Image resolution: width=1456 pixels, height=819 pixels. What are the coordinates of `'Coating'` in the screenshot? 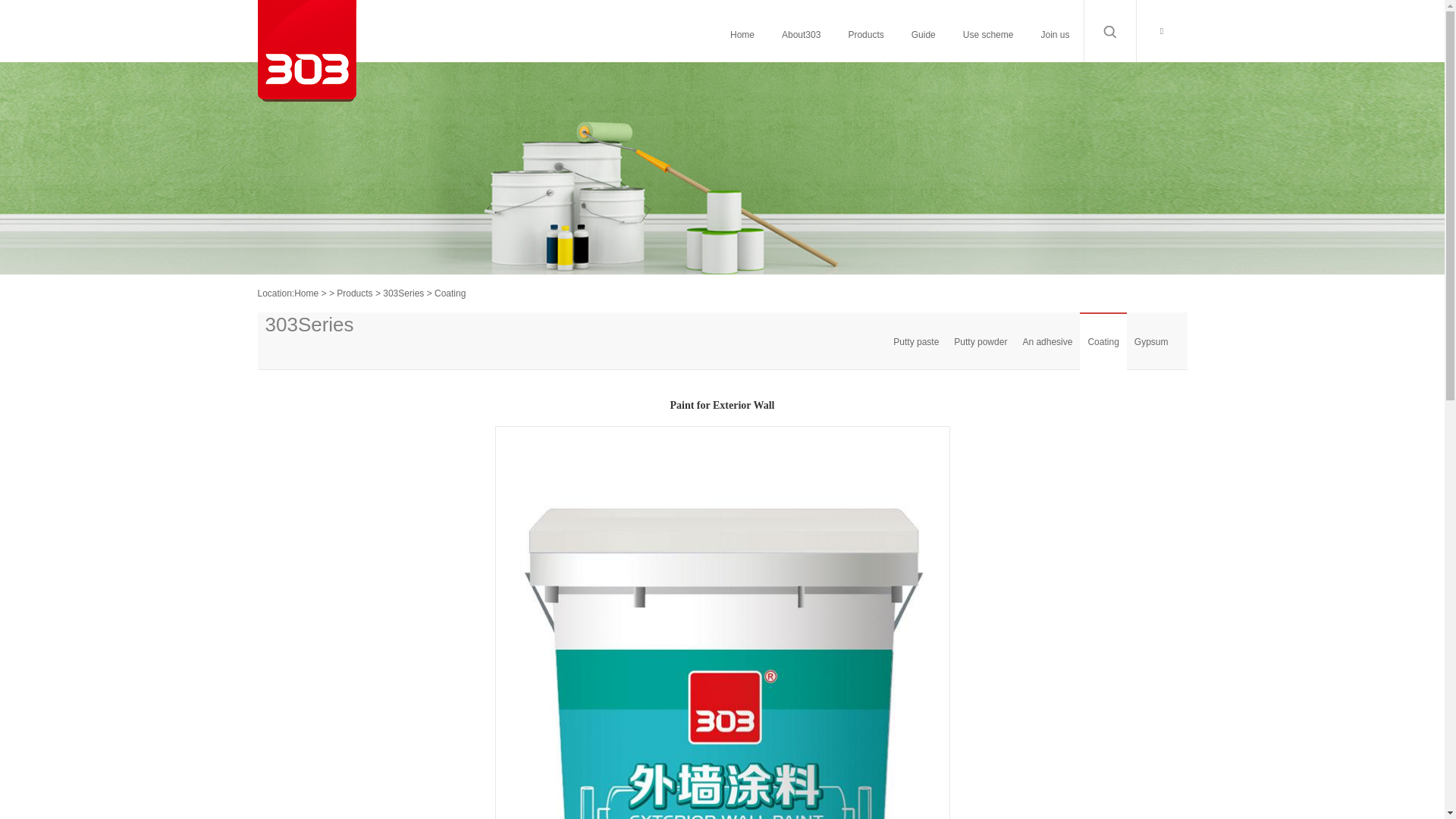 It's located at (1103, 341).